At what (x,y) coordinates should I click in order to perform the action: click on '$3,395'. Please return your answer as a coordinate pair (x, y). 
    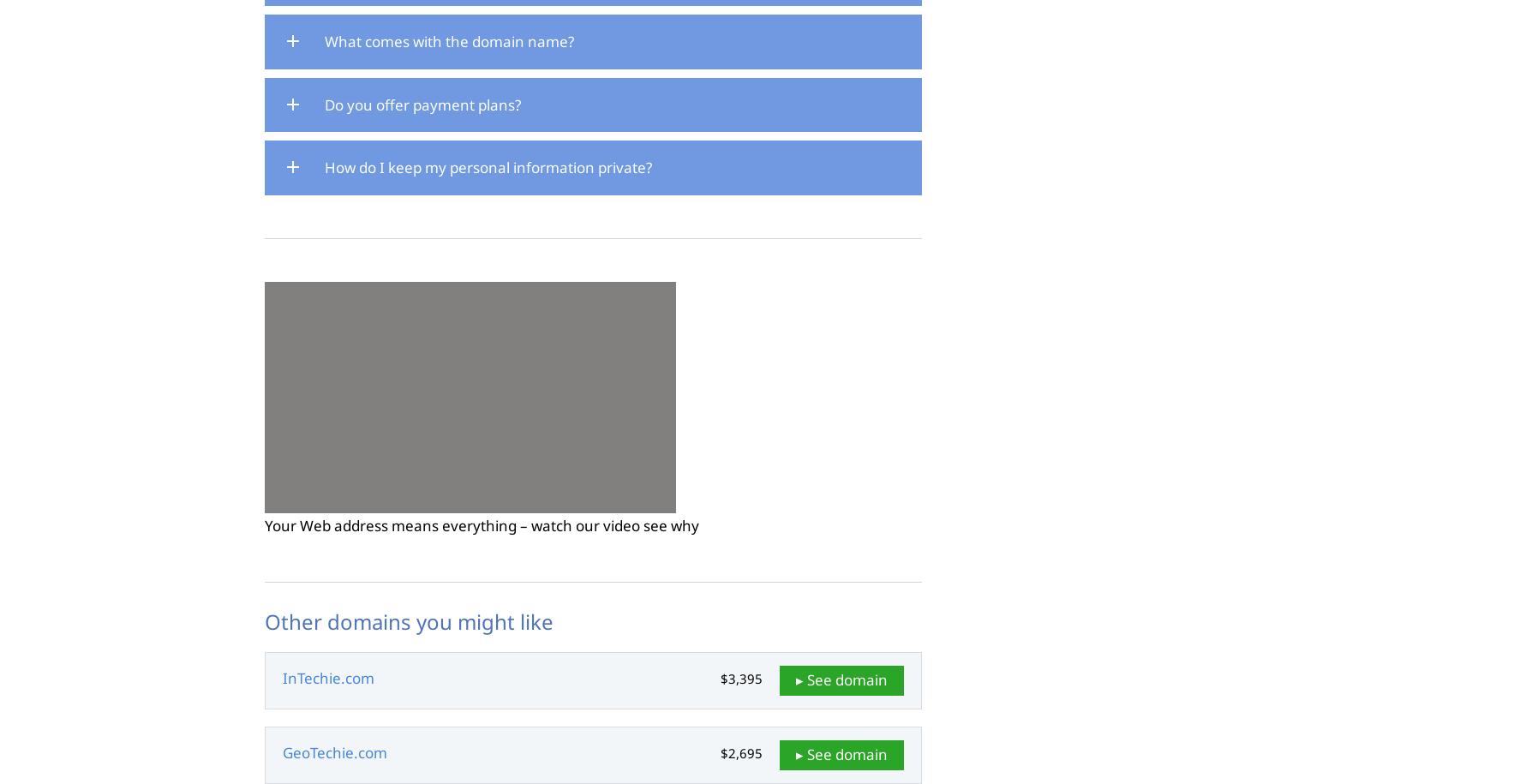
    Looking at the image, I should click on (740, 678).